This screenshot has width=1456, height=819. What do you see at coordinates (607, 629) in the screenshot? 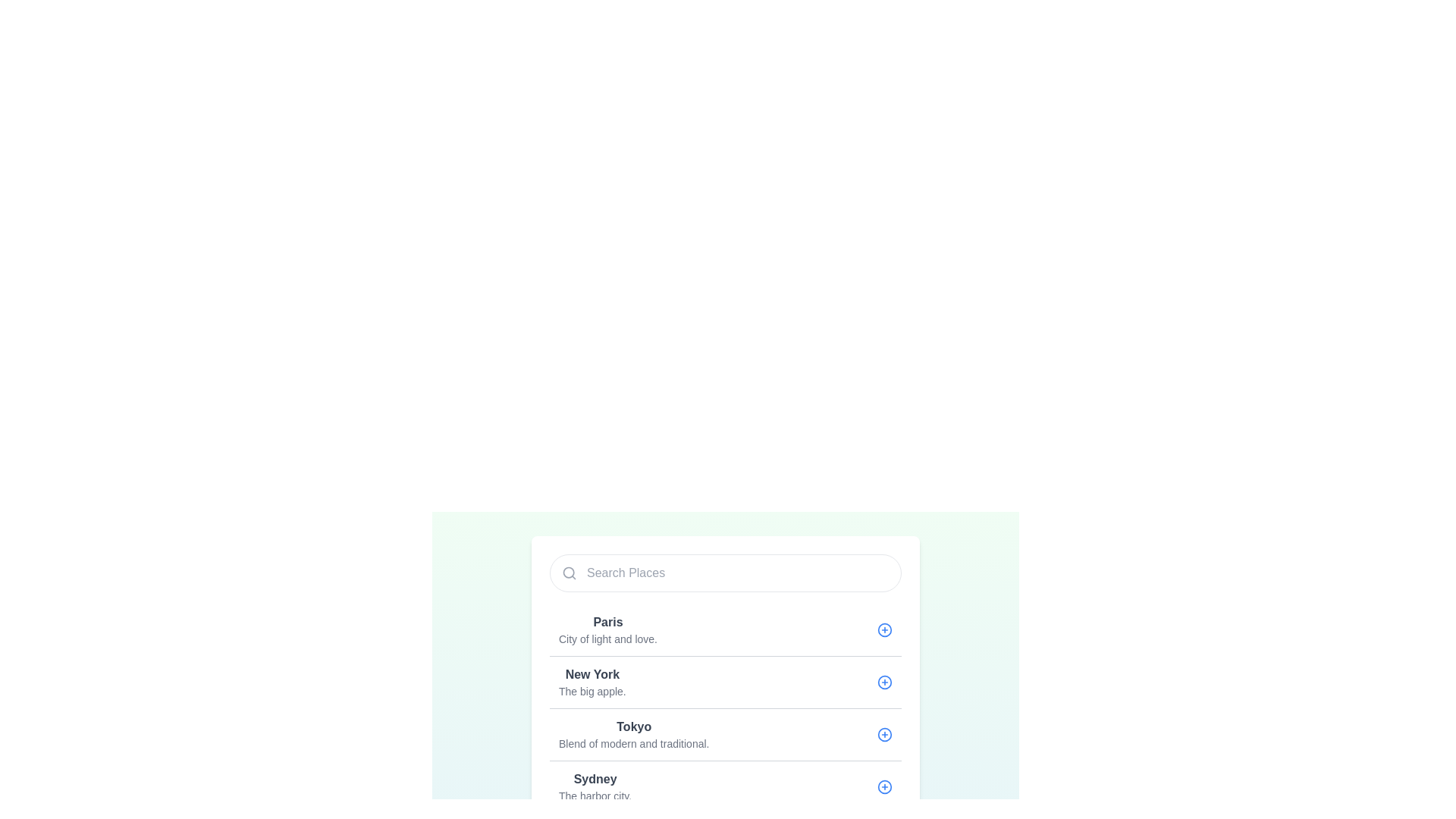
I see `the Text Label representing a selectable item in the list of places` at bounding box center [607, 629].